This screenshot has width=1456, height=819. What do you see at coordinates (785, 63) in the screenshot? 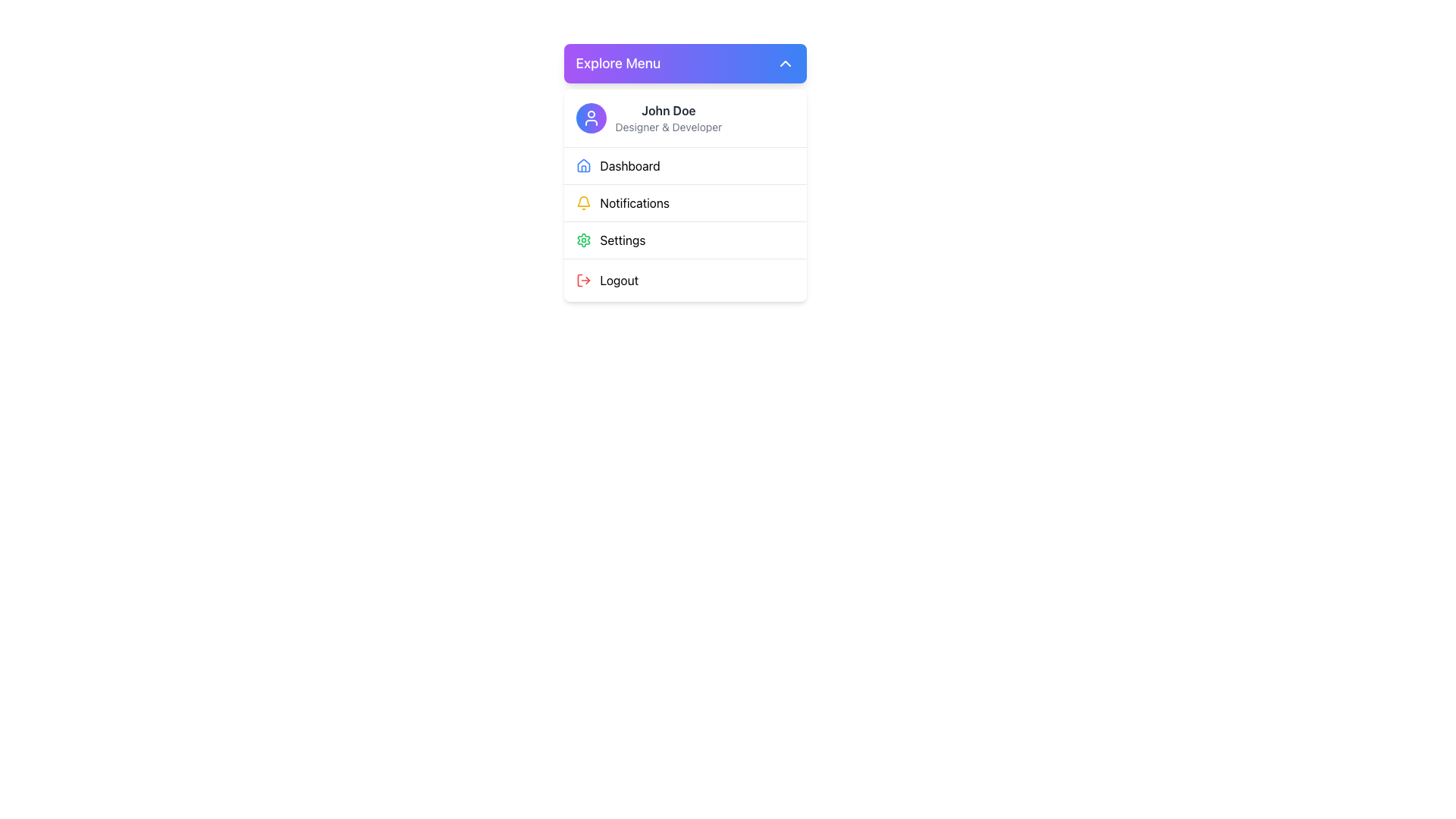
I see `the small downward-facing chevron icon located at the far-right end of the 'Explore Menu' button` at bounding box center [785, 63].